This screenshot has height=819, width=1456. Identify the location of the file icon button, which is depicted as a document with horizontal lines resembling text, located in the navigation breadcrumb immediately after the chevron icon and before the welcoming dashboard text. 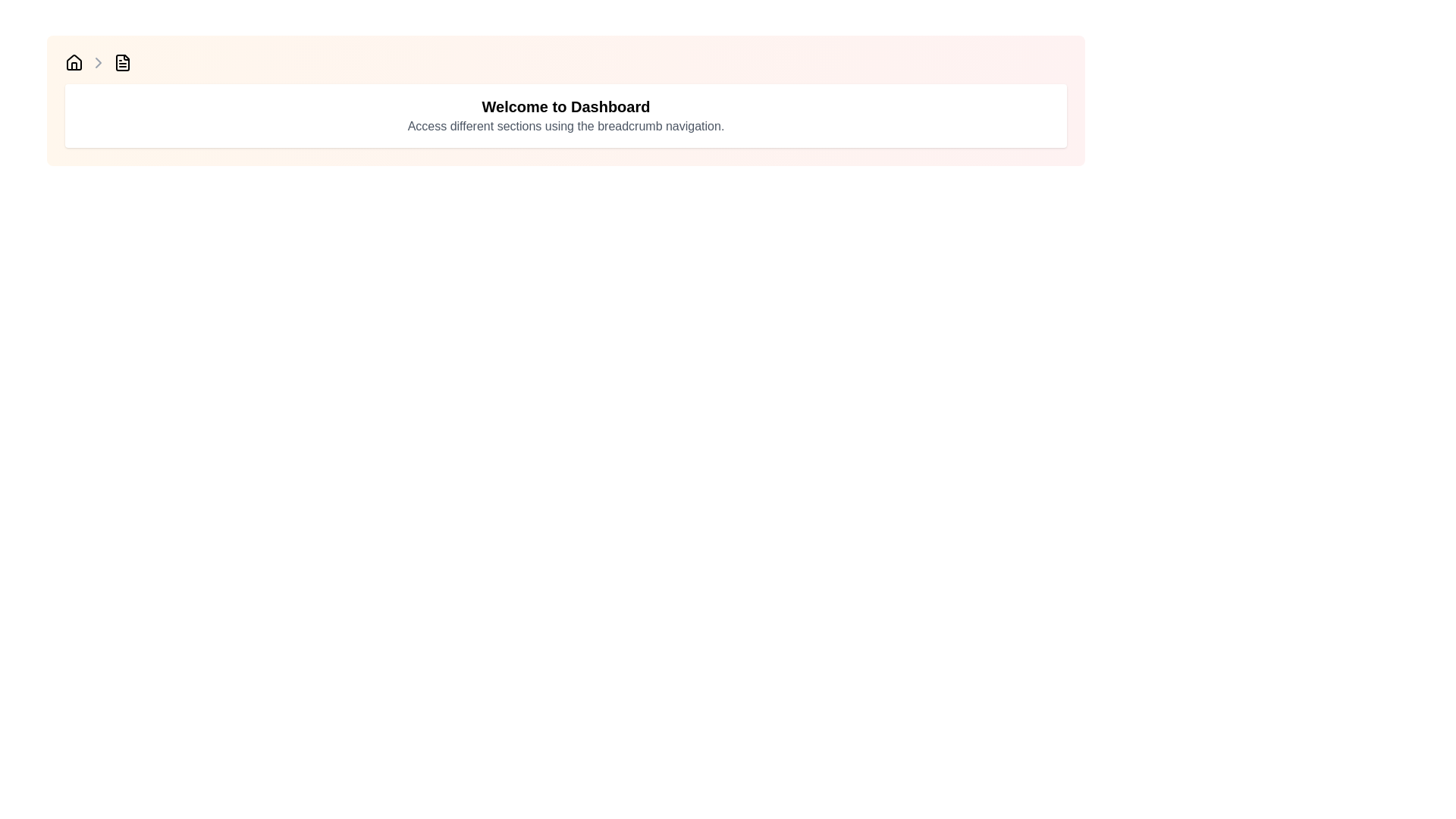
(123, 62).